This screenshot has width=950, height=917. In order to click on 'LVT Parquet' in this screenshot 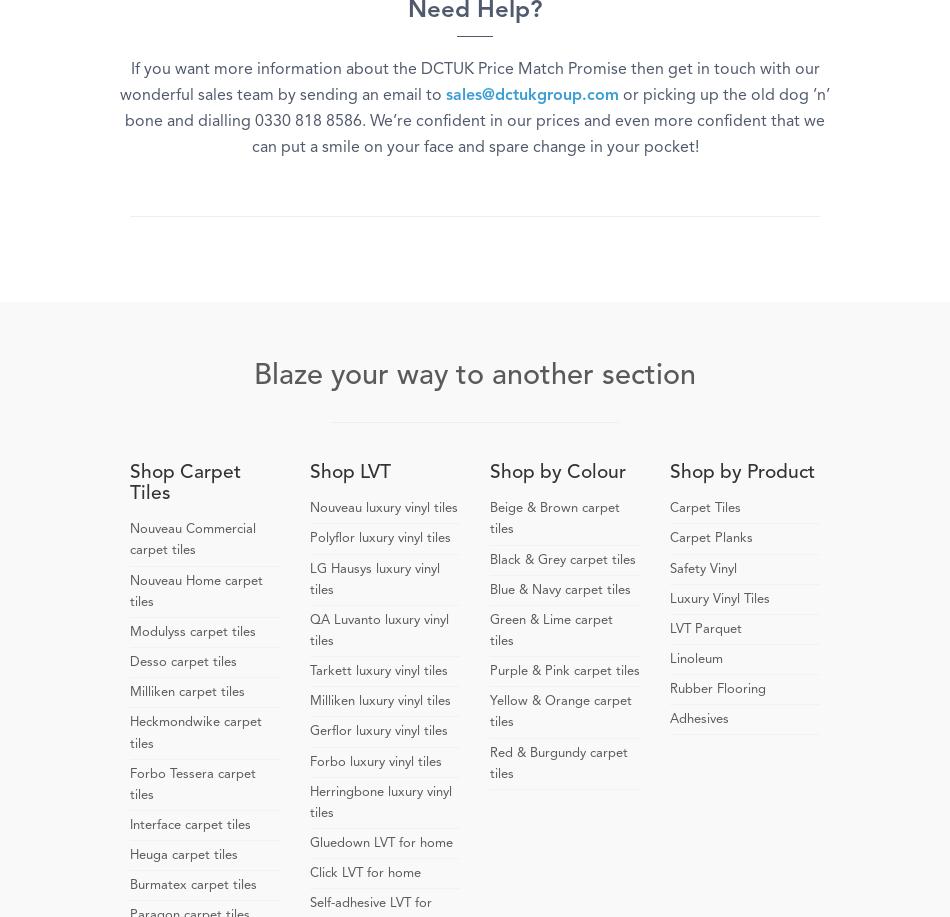, I will do `click(670, 627)`.